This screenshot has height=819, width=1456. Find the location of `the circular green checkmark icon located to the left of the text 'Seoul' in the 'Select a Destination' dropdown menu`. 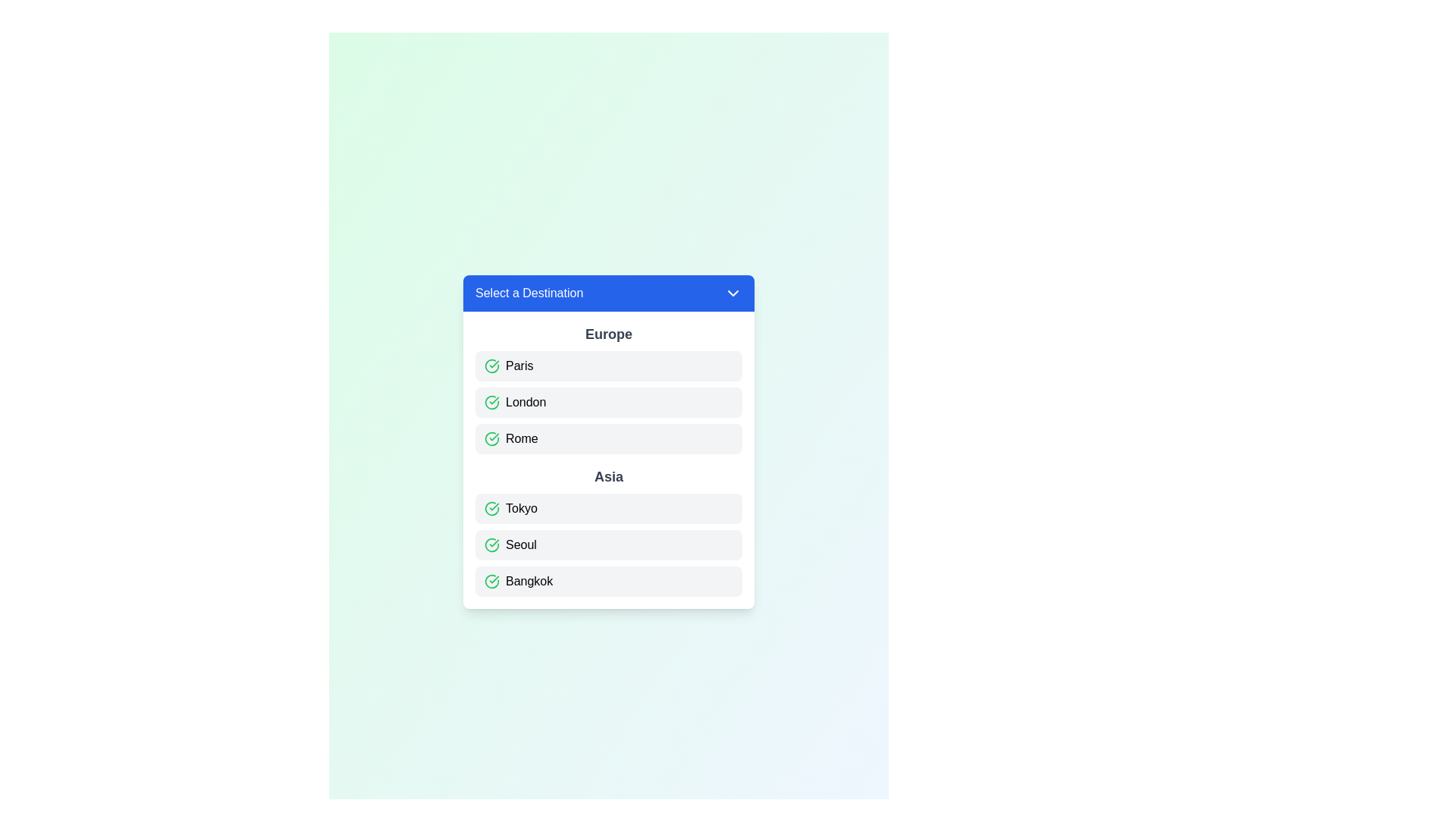

the circular green checkmark icon located to the left of the text 'Seoul' in the 'Select a Destination' dropdown menu is located at coordinates (491, 544).